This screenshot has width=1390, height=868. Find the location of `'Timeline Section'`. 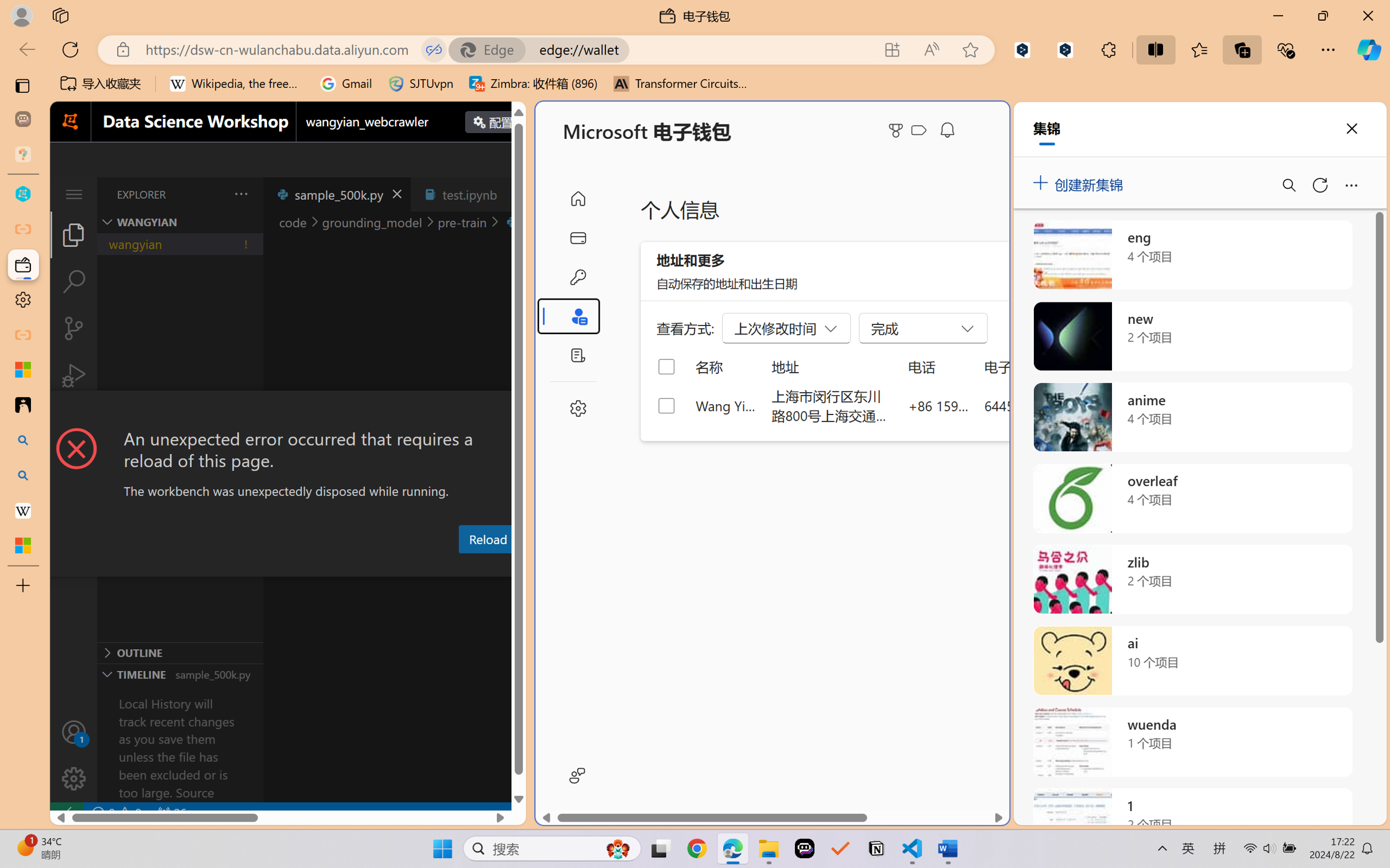

'Timeline Section' is located at coordinates (180, 674).